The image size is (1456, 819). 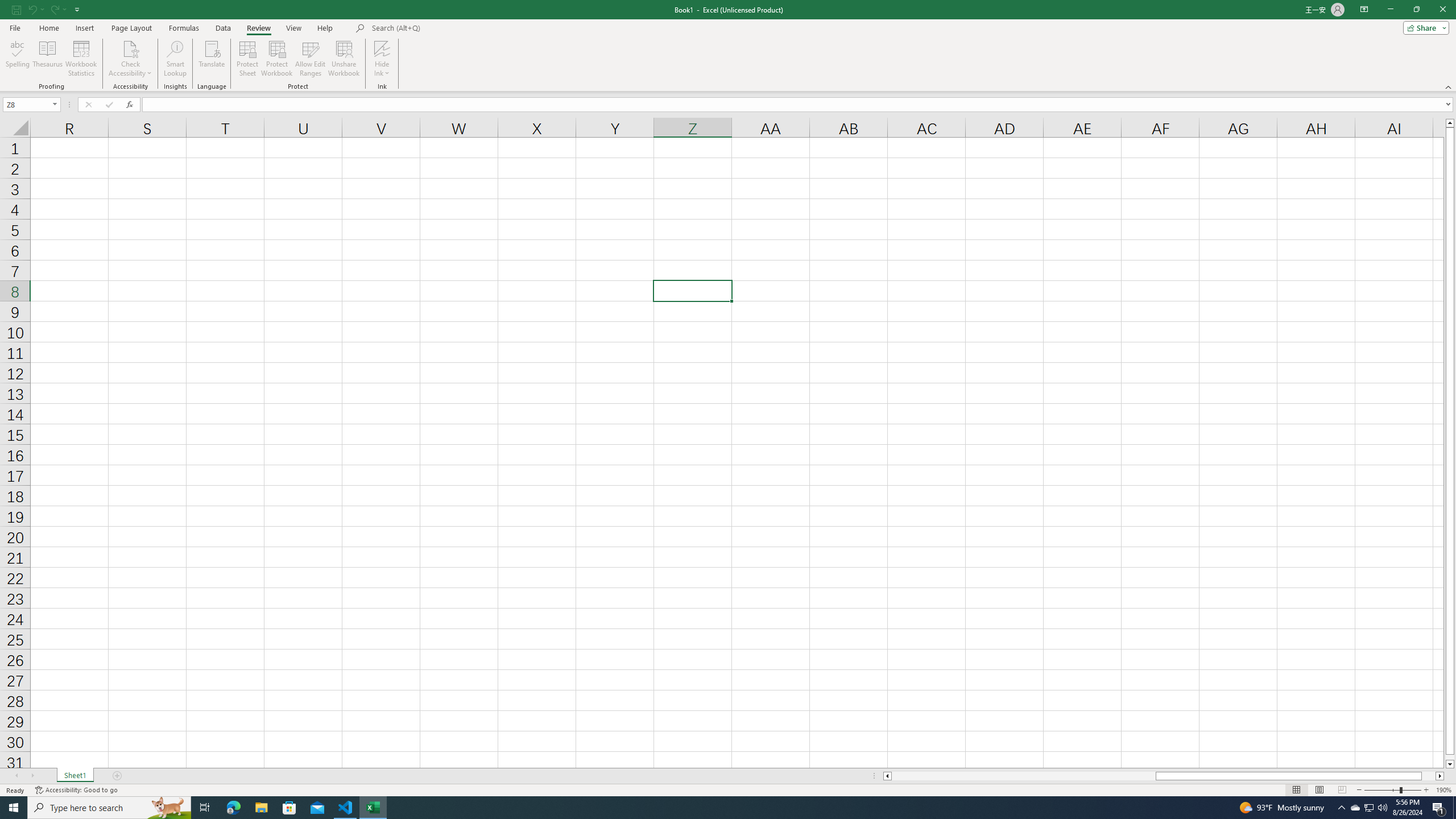 I want to click on 'Collapse the Ribbon', so click(x=1449, y=87).